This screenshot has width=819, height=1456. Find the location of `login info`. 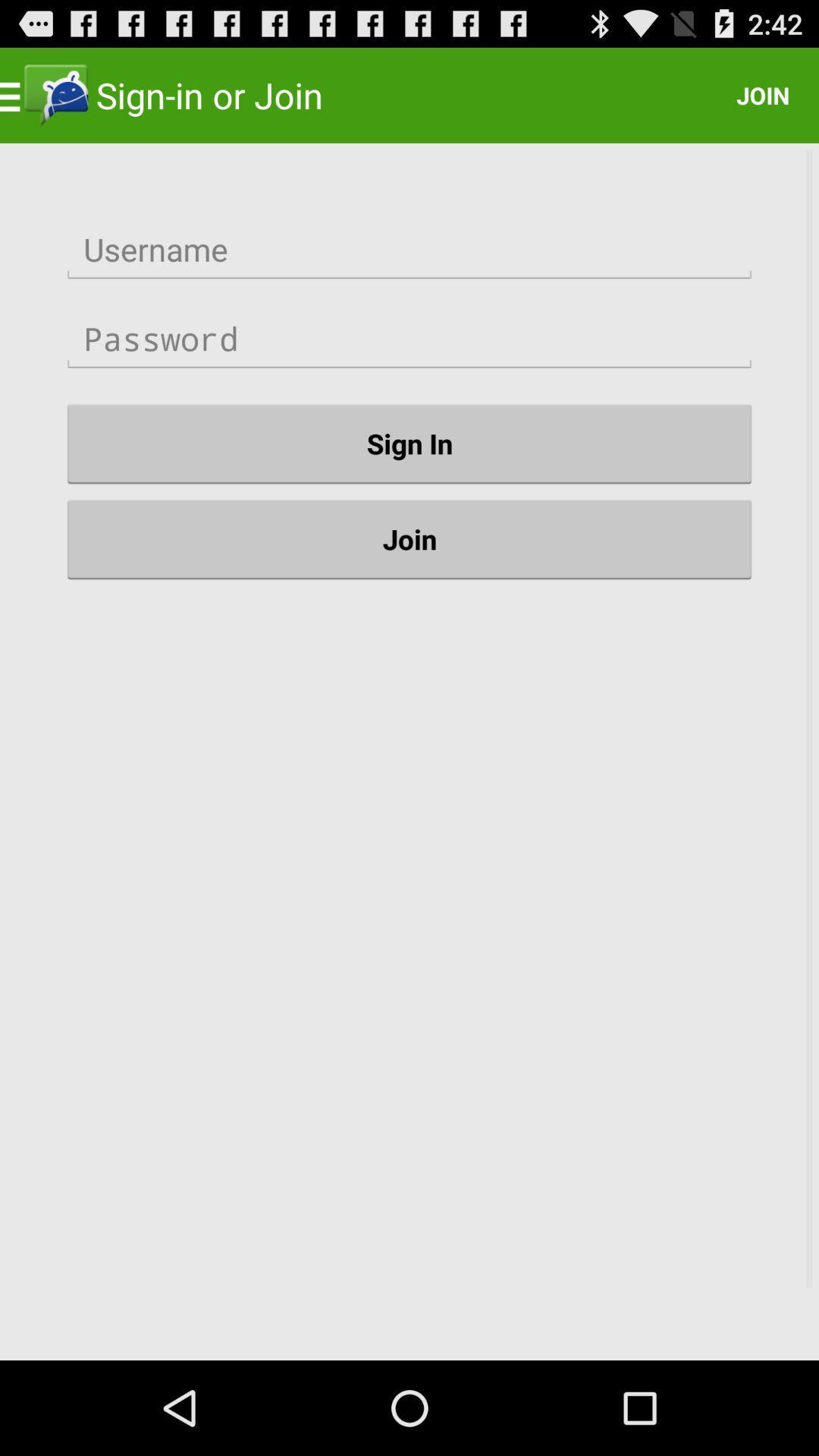

login info is located at coordinates (409, 249).